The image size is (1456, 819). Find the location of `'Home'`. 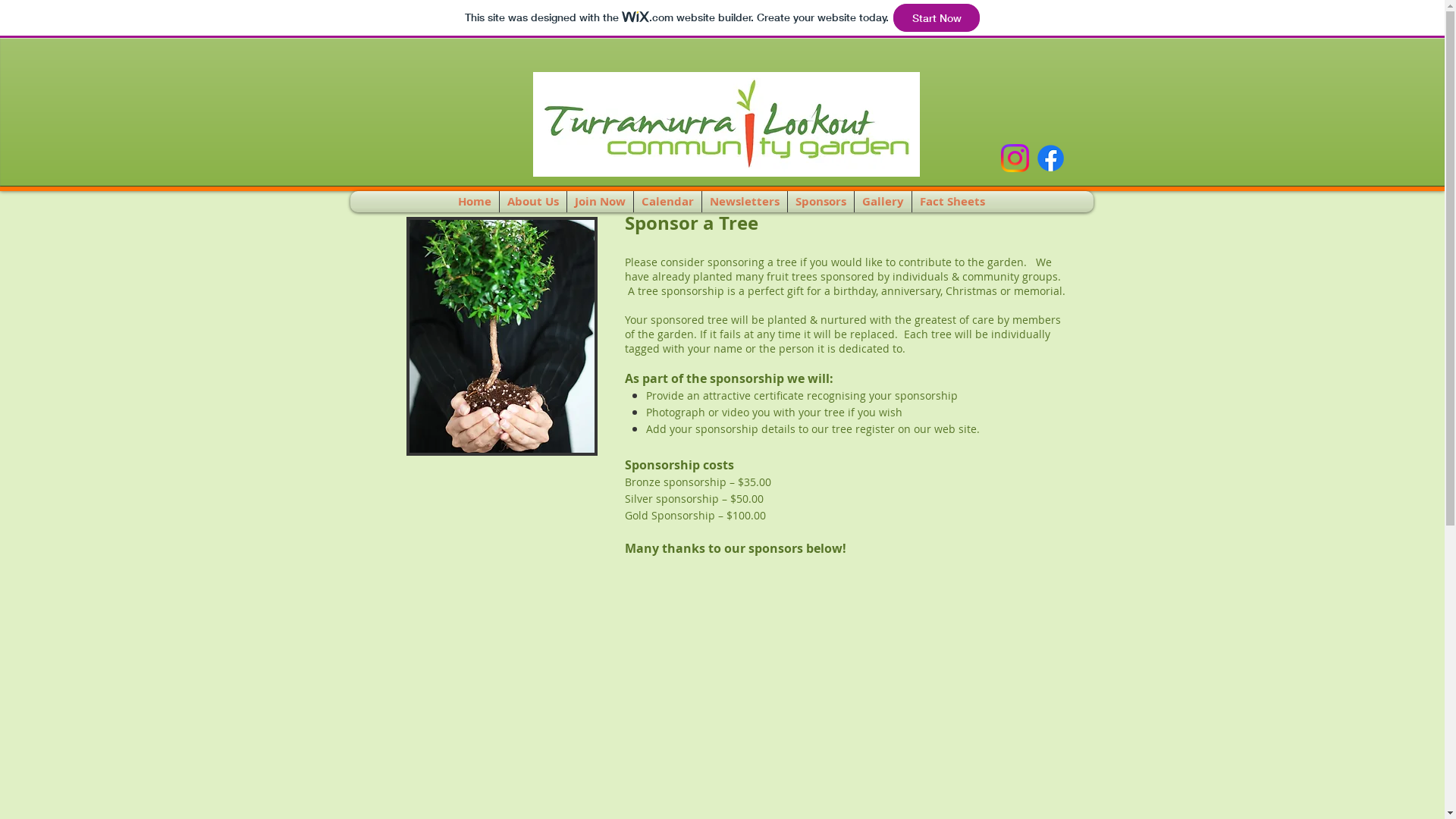

'Home' is located at coordinates (473, 201).